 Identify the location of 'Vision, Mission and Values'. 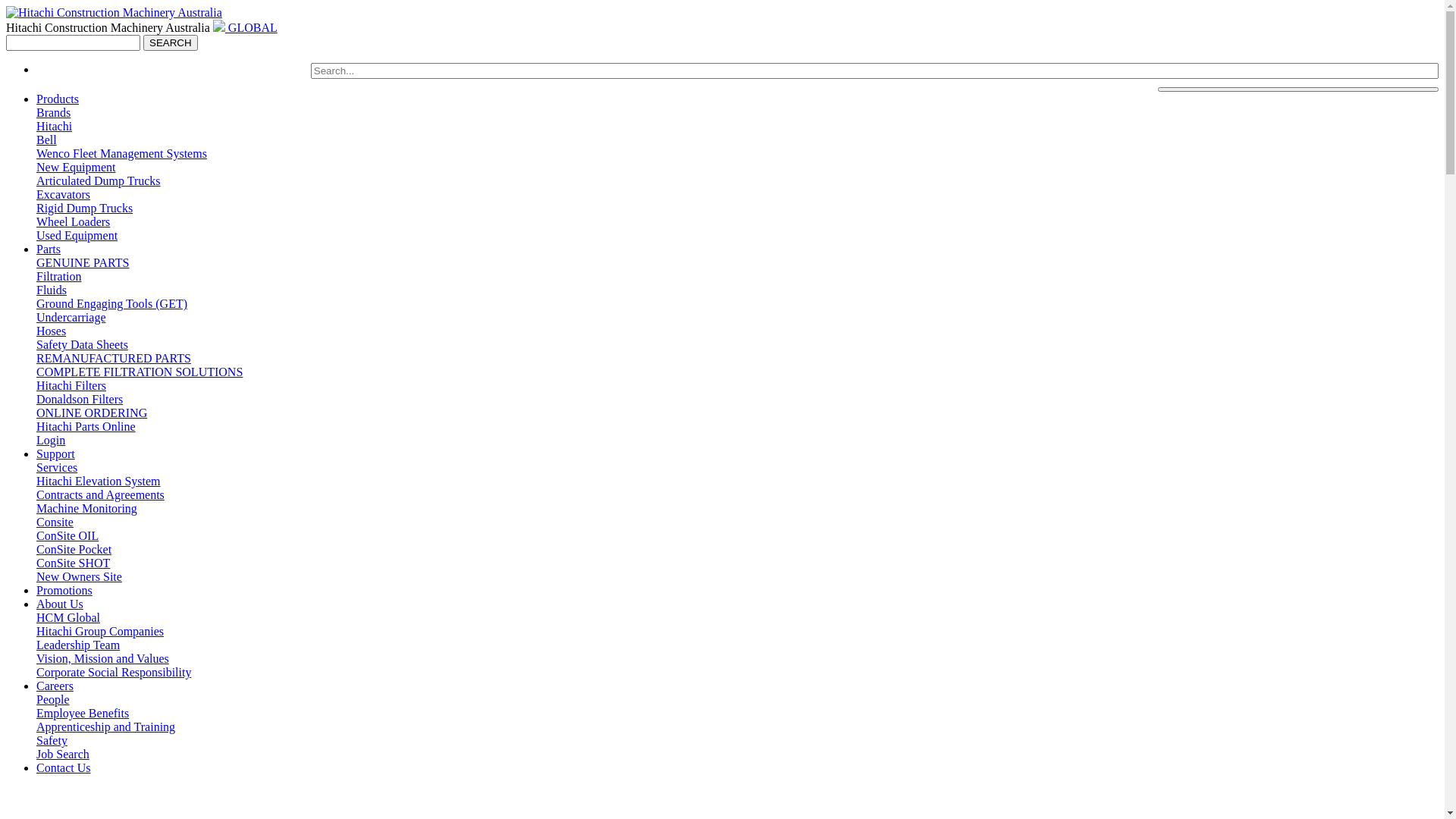
(102, 657).